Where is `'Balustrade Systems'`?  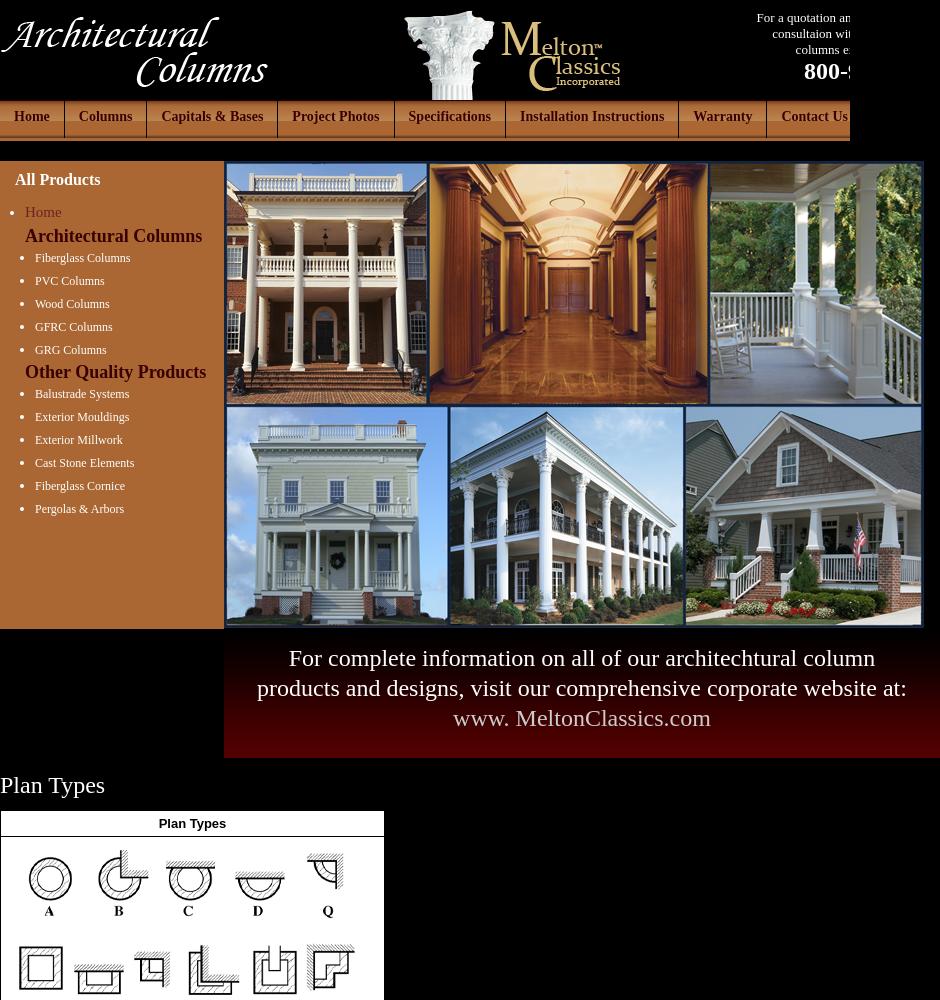
'Balustrade Systems' is located at coordinates (81, 394).